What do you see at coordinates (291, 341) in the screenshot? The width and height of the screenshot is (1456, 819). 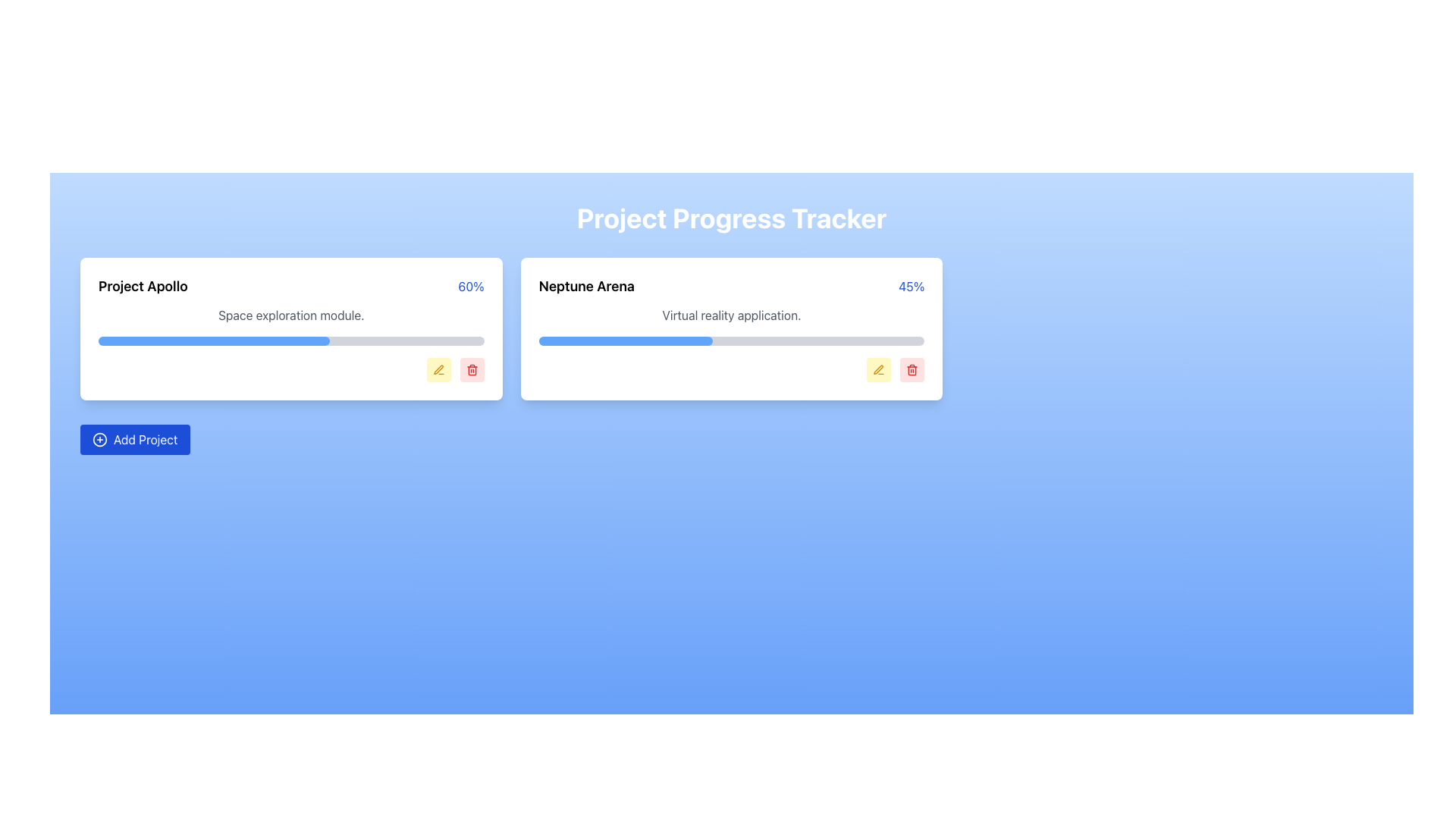 I see `the progress visually on the horizontal progress bar located within the 'Project Apollo' card, below the description text 'Space exploration module.'` at bounding box center [291, 341].